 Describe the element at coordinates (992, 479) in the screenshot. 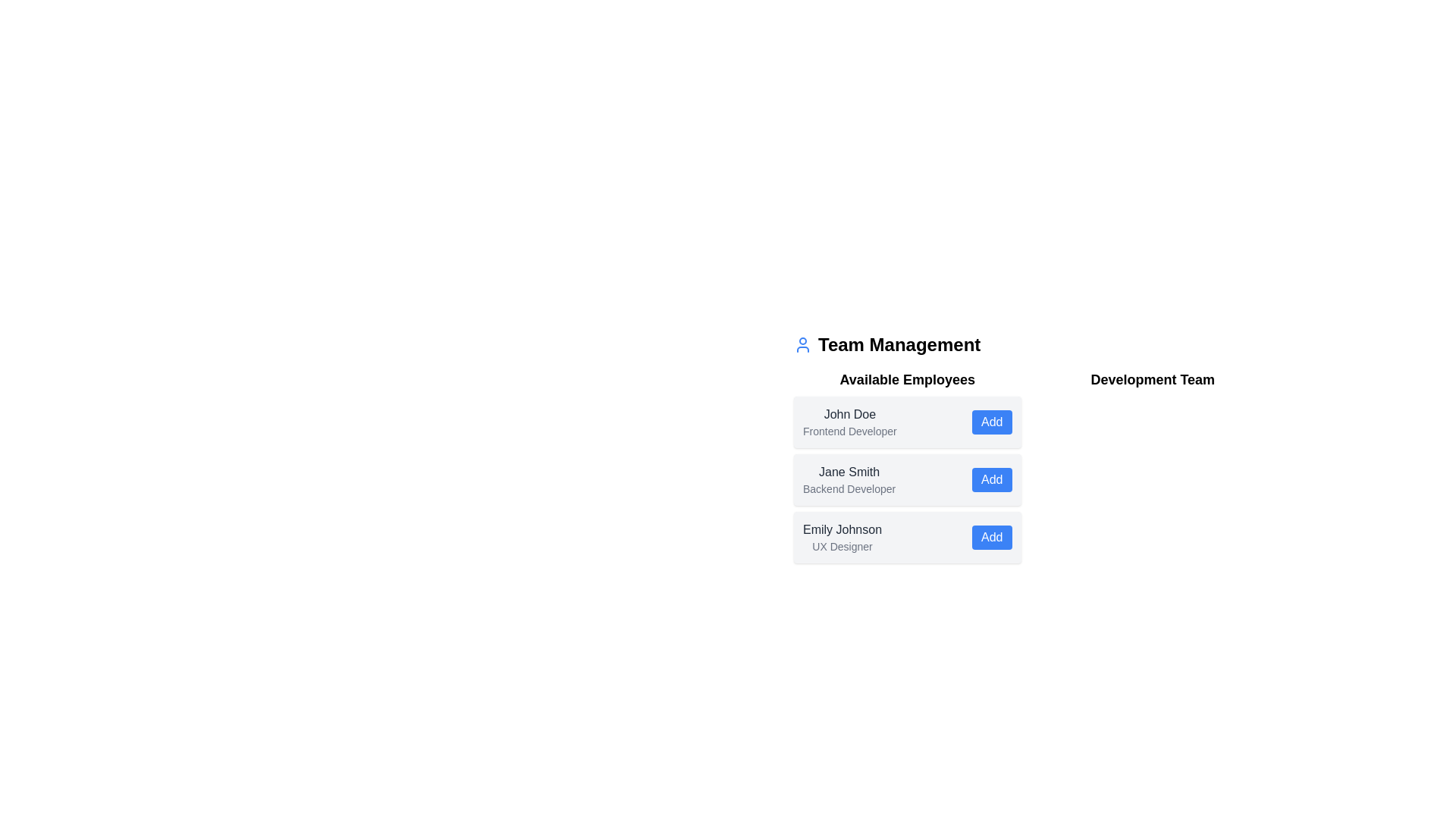

I see `the 'Add' button with a blue background and white text located in the second row of the 'Available Employees' list, aligned to the right of 'Jane Smith', who is a Backend Developer` at that location.